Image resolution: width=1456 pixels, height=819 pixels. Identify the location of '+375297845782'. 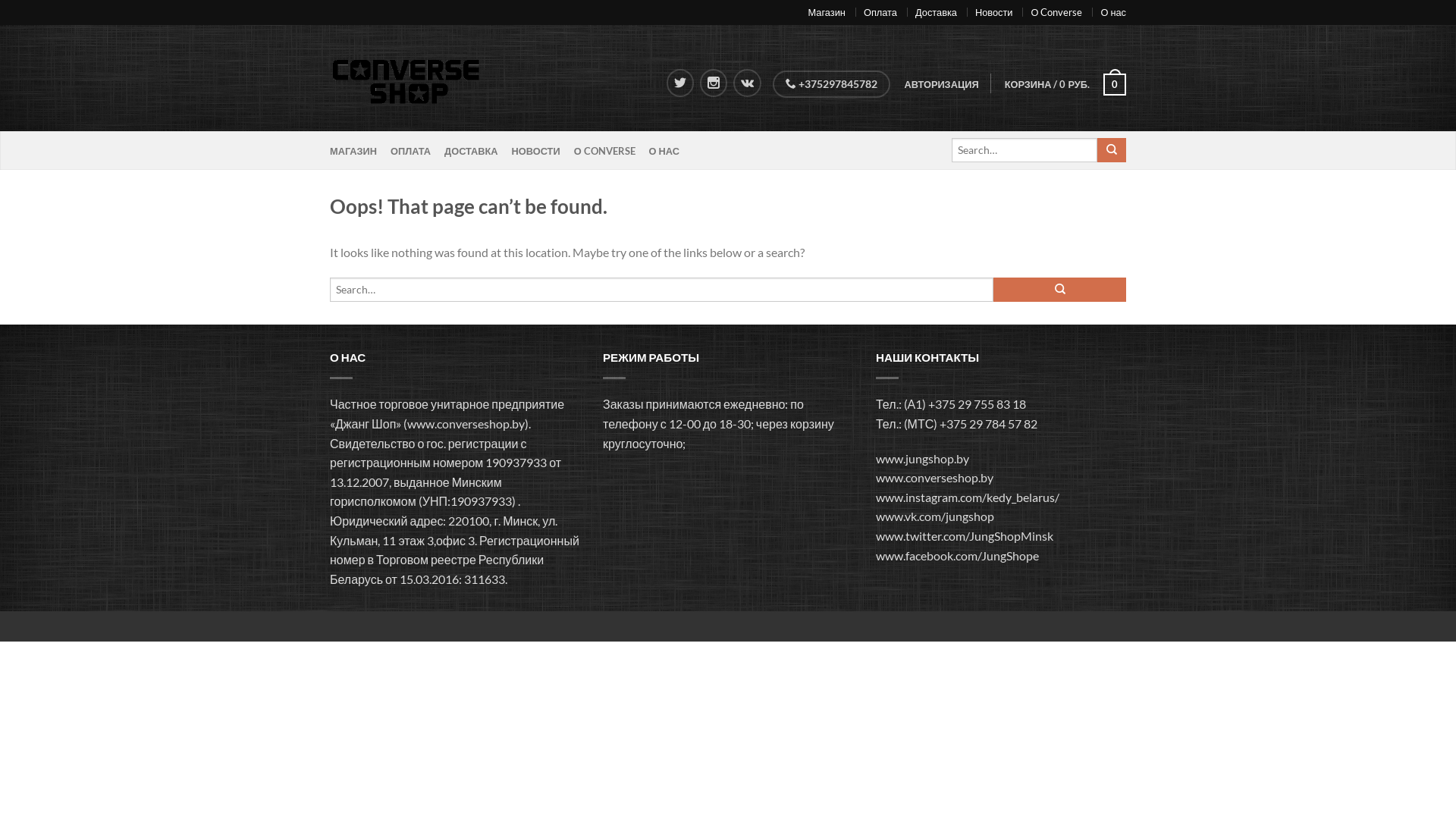
(830, 84).